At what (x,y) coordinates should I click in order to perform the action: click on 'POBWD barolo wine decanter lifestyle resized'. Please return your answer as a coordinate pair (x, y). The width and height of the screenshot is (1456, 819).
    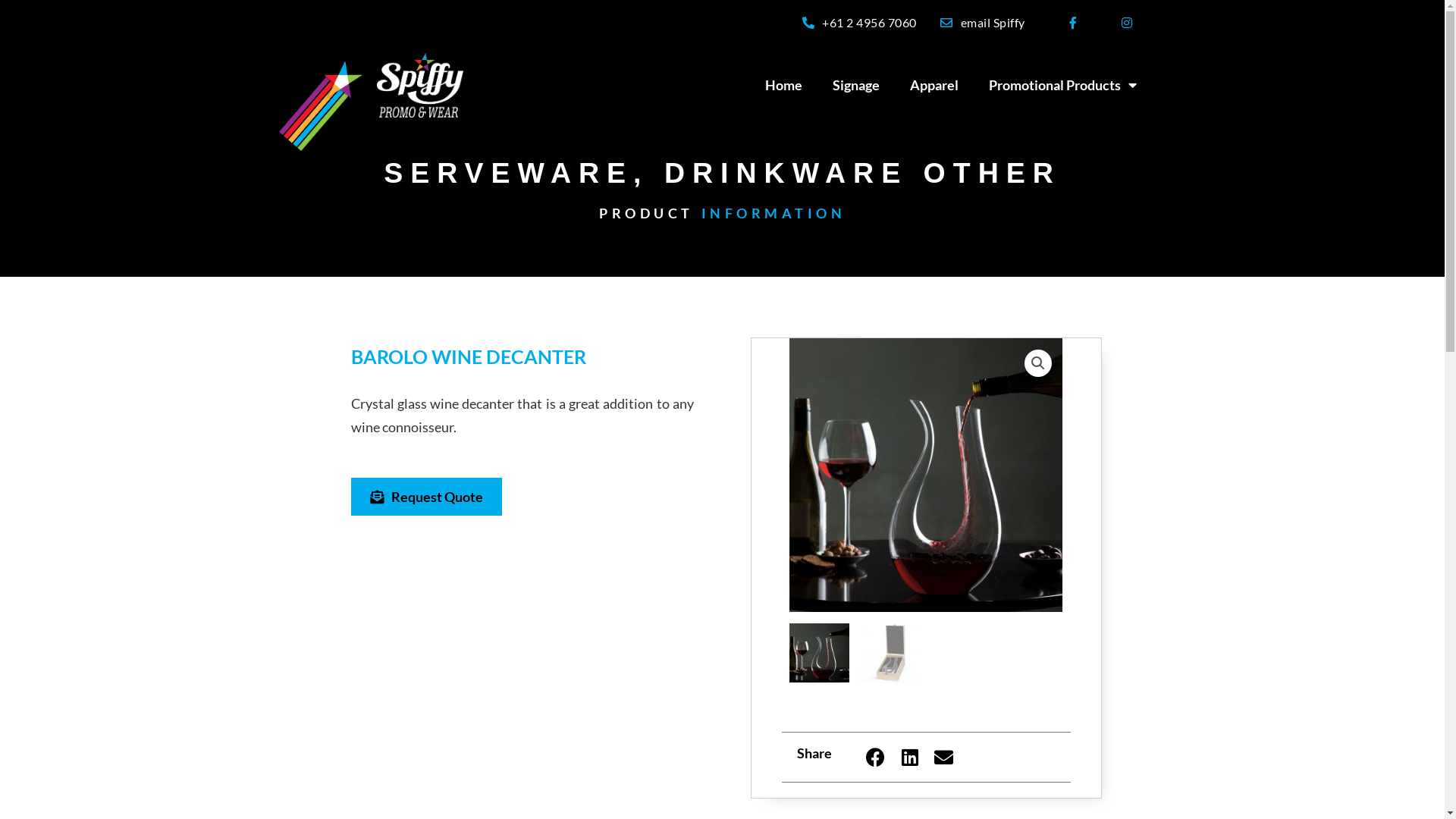
    Looking at the image, I should click on (925, 474).